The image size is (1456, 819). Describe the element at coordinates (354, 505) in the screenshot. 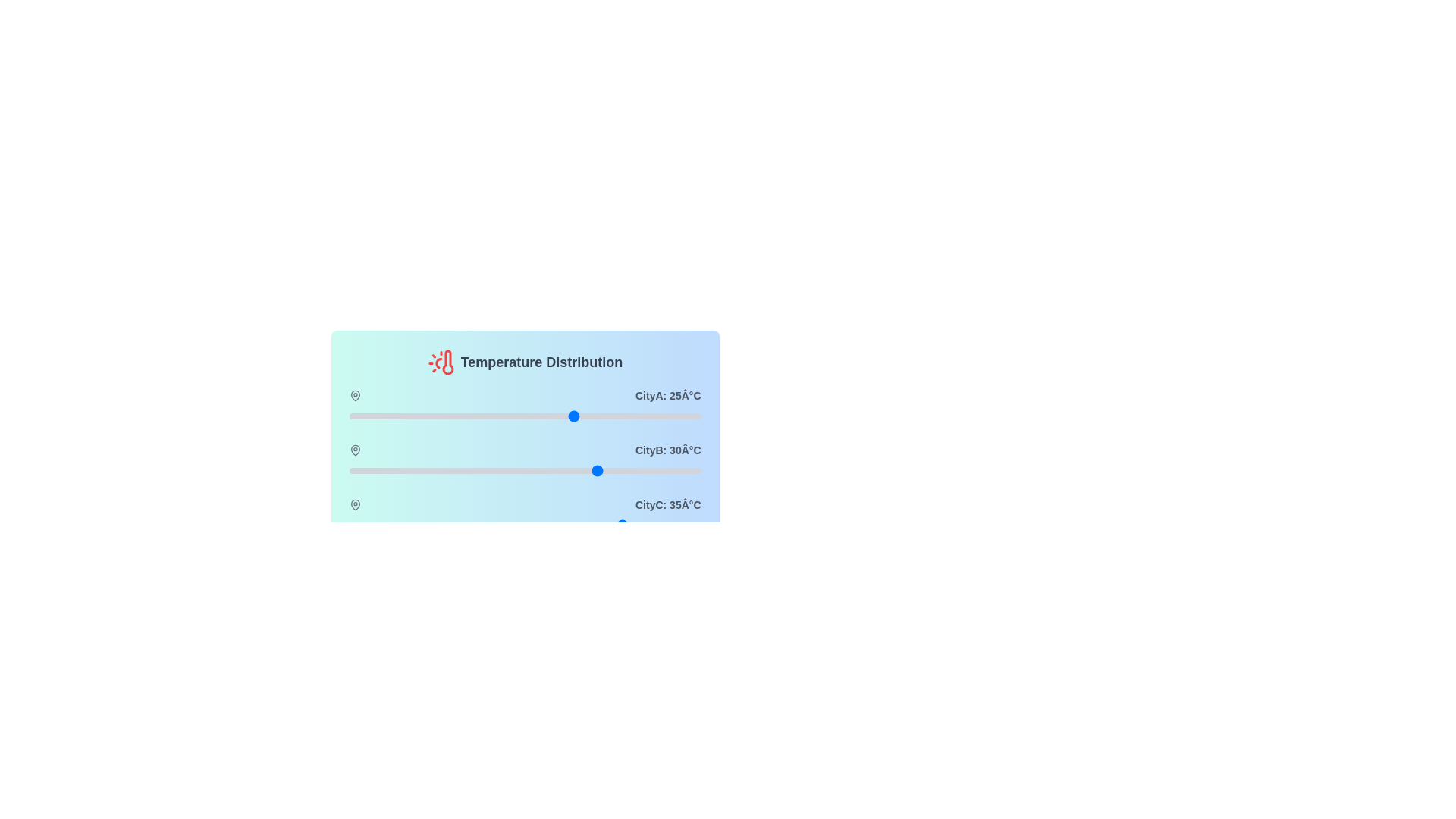

I see `the map pin icon for CityC` at that location.